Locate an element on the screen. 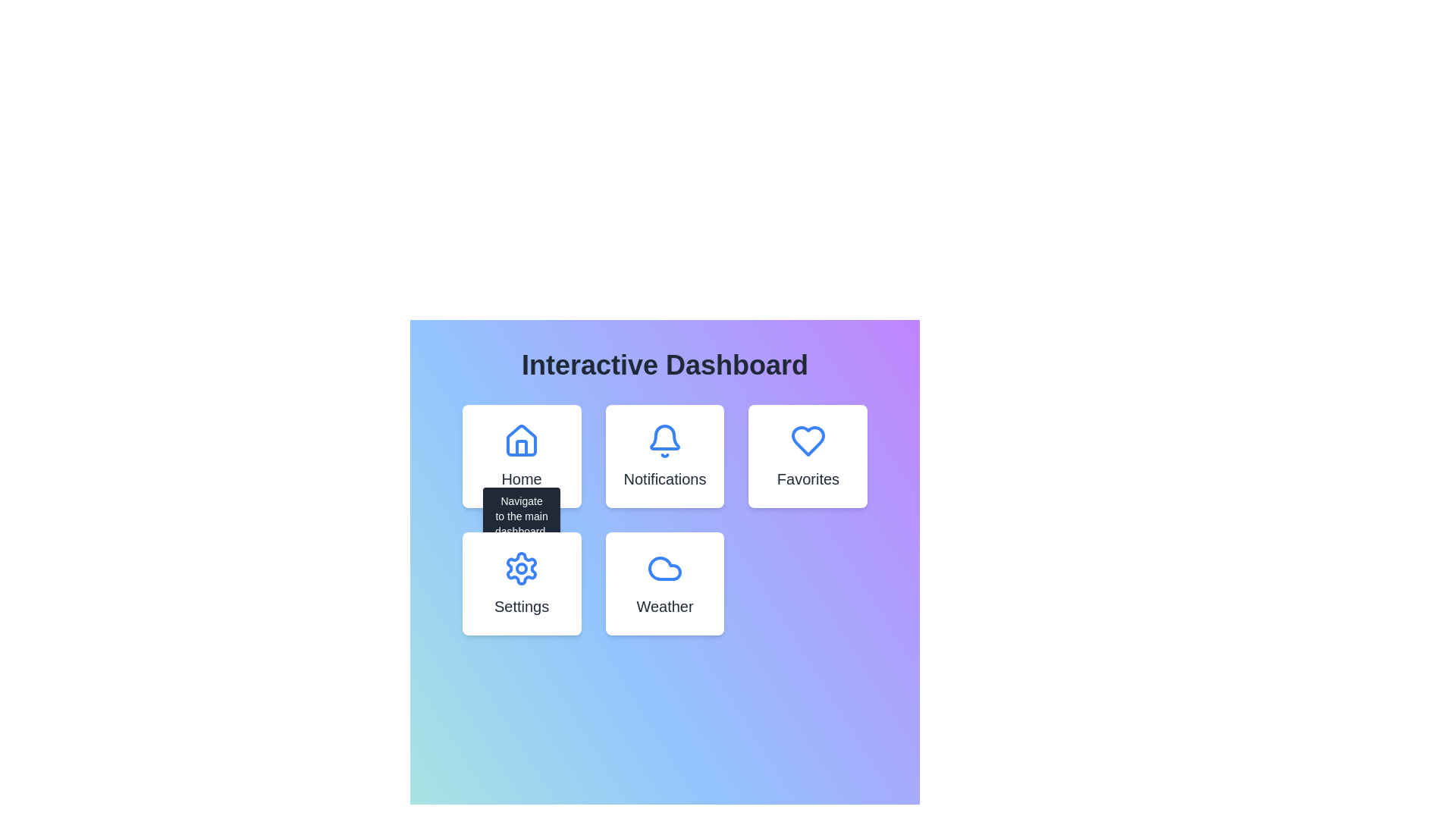 This screenshot has height=819, width=1456. the heart-shaped icon with a blue stroke located in the 'Favorites' section at the top-right corner of the interface is located at coordinates (807, 441).